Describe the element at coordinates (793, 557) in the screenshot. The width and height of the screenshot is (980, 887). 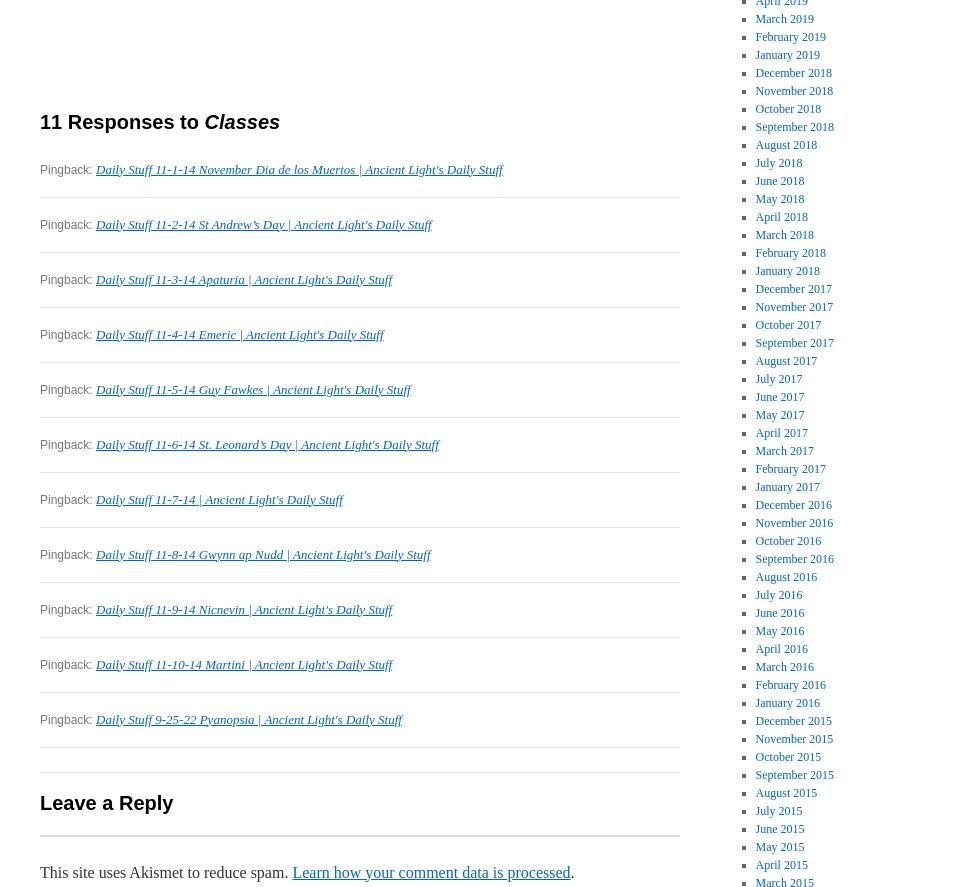
I see `'September 2016'` at that location.